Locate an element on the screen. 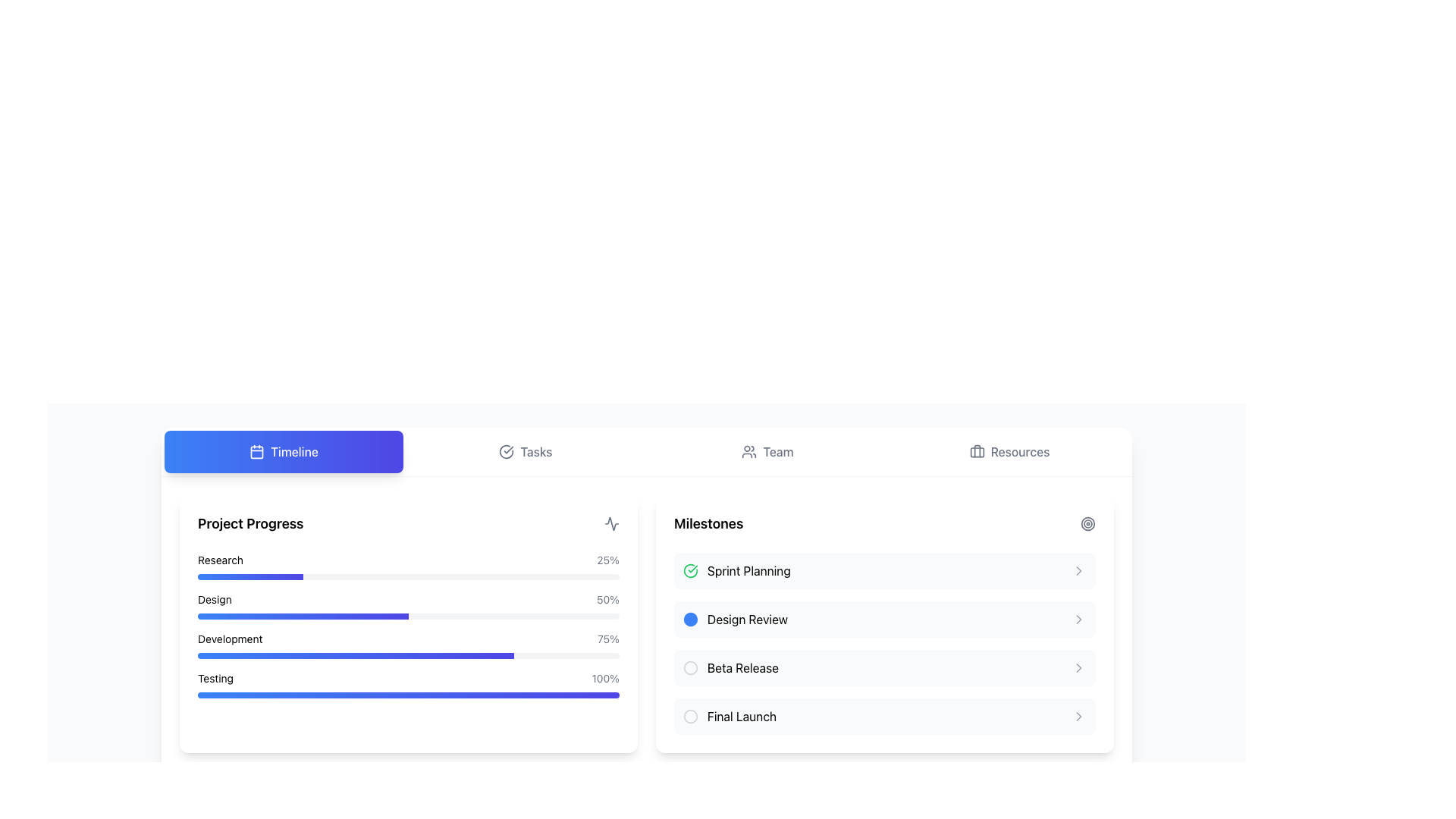 The height and width of the screenshot is (819, 1456). the Icon in the 'Milestones' section of the 'Timeline' tab, which serves as an indicator or action trigger for navigation or detailed expansion of the corresponding milestone row is located at coordinates (1078, 717).